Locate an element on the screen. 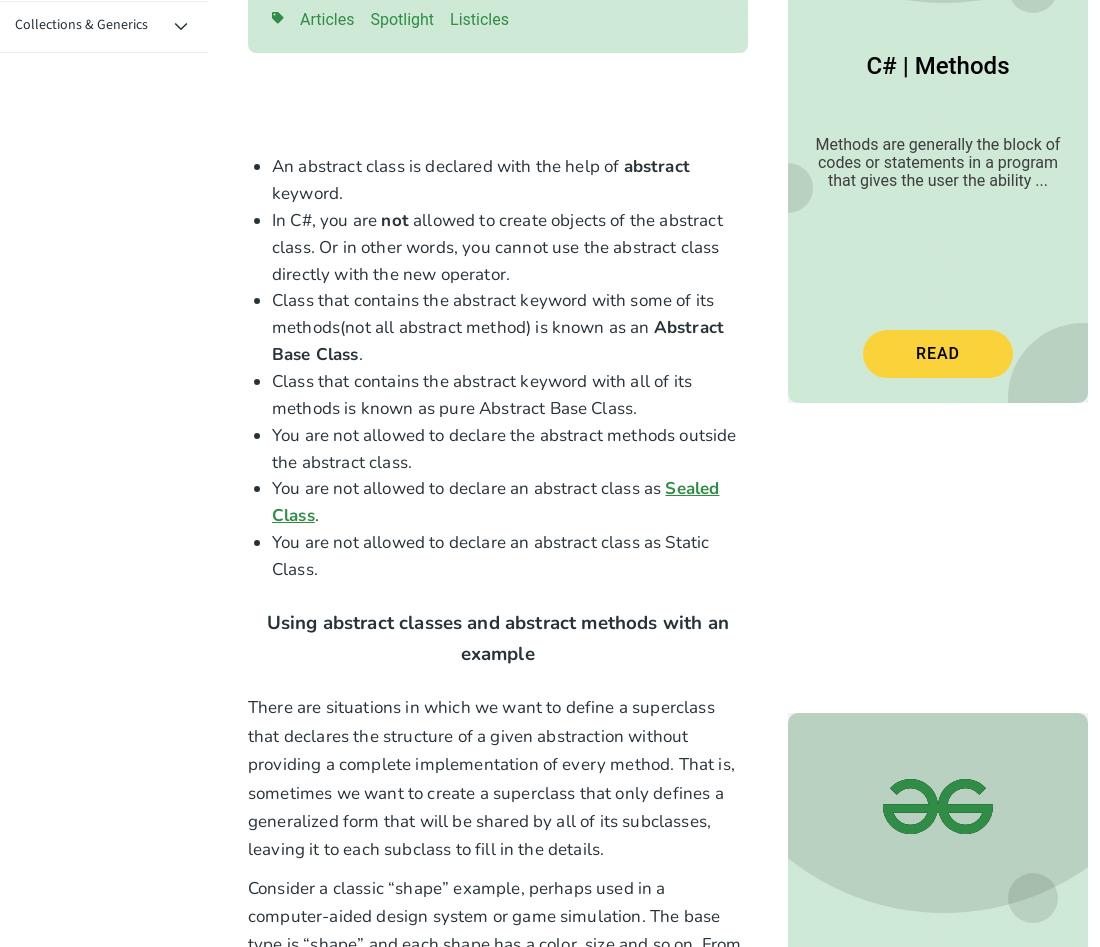  'Sealed Class' is located at coordinates (495, 501).